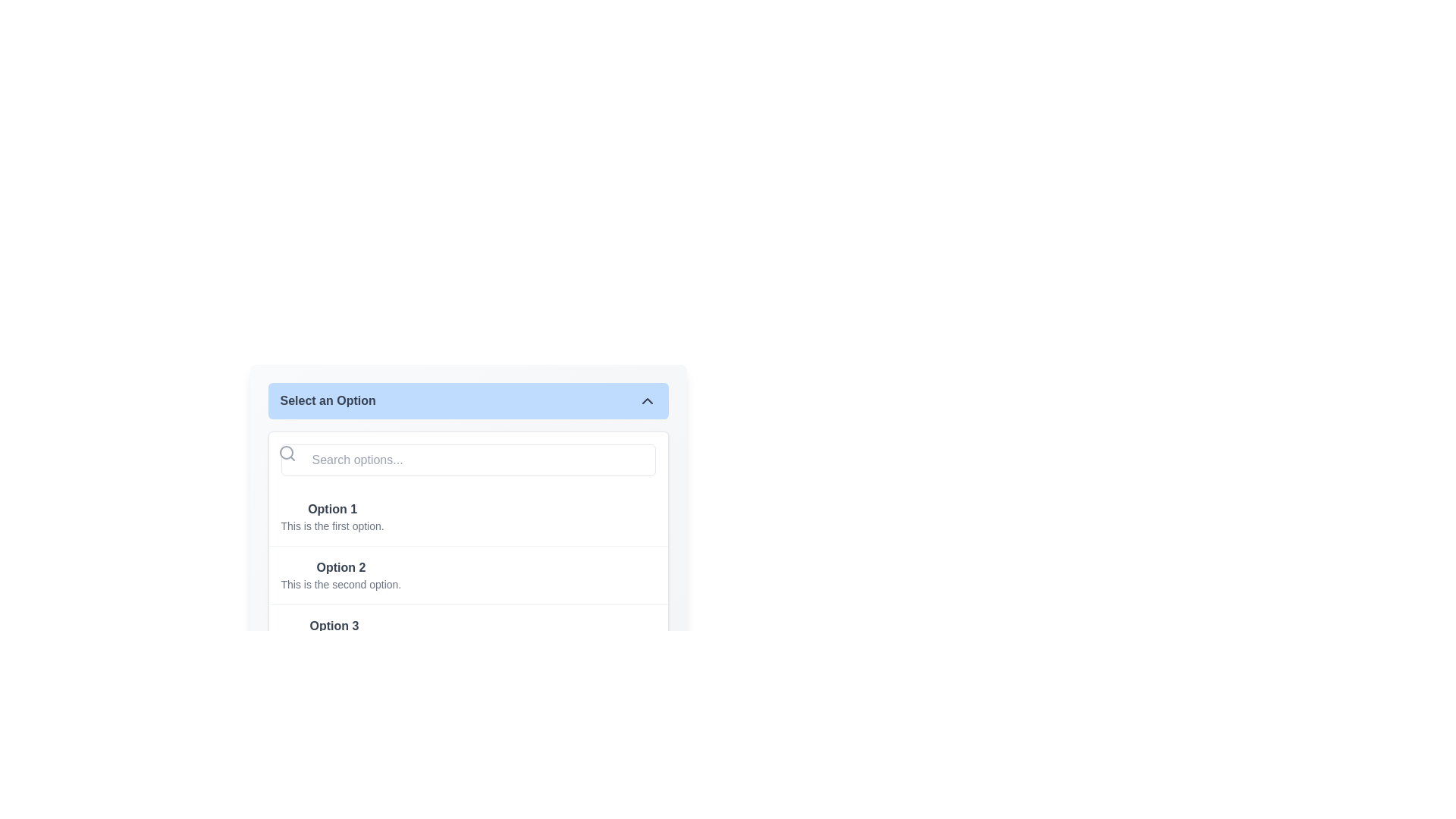 The image size is (1456, 819). Describe the element at coordinates (340, 567) in the screenshot. I see `the static text displaying 'Option 2' in bold, dark gray font, positioned above a smaller descriptive text that reads 'This is the second option.'` at that location.